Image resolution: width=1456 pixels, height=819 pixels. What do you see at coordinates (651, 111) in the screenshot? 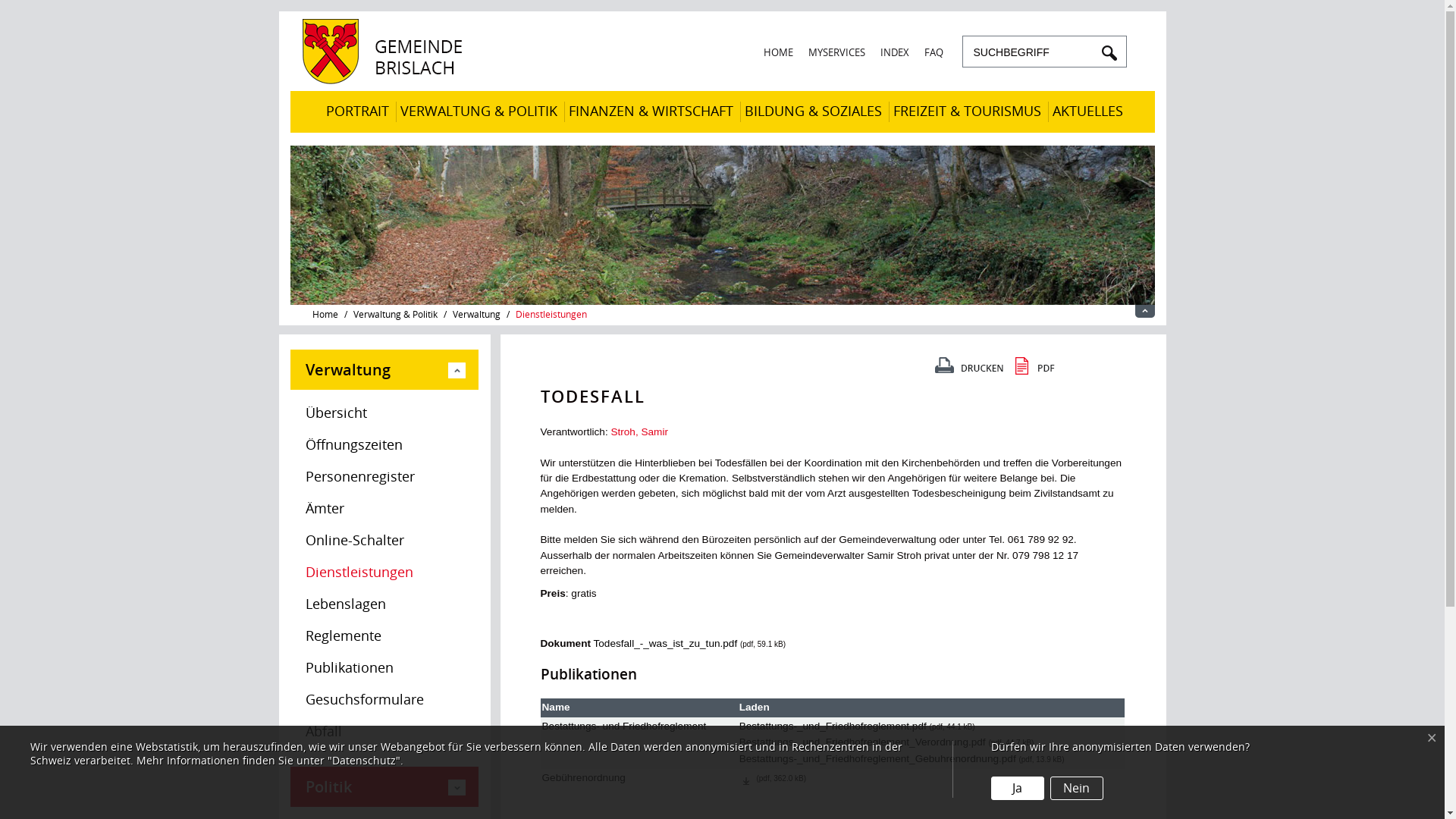
I see `'FINANZEN & WIRTSCHAFT'` at bounding box center [651, 111].